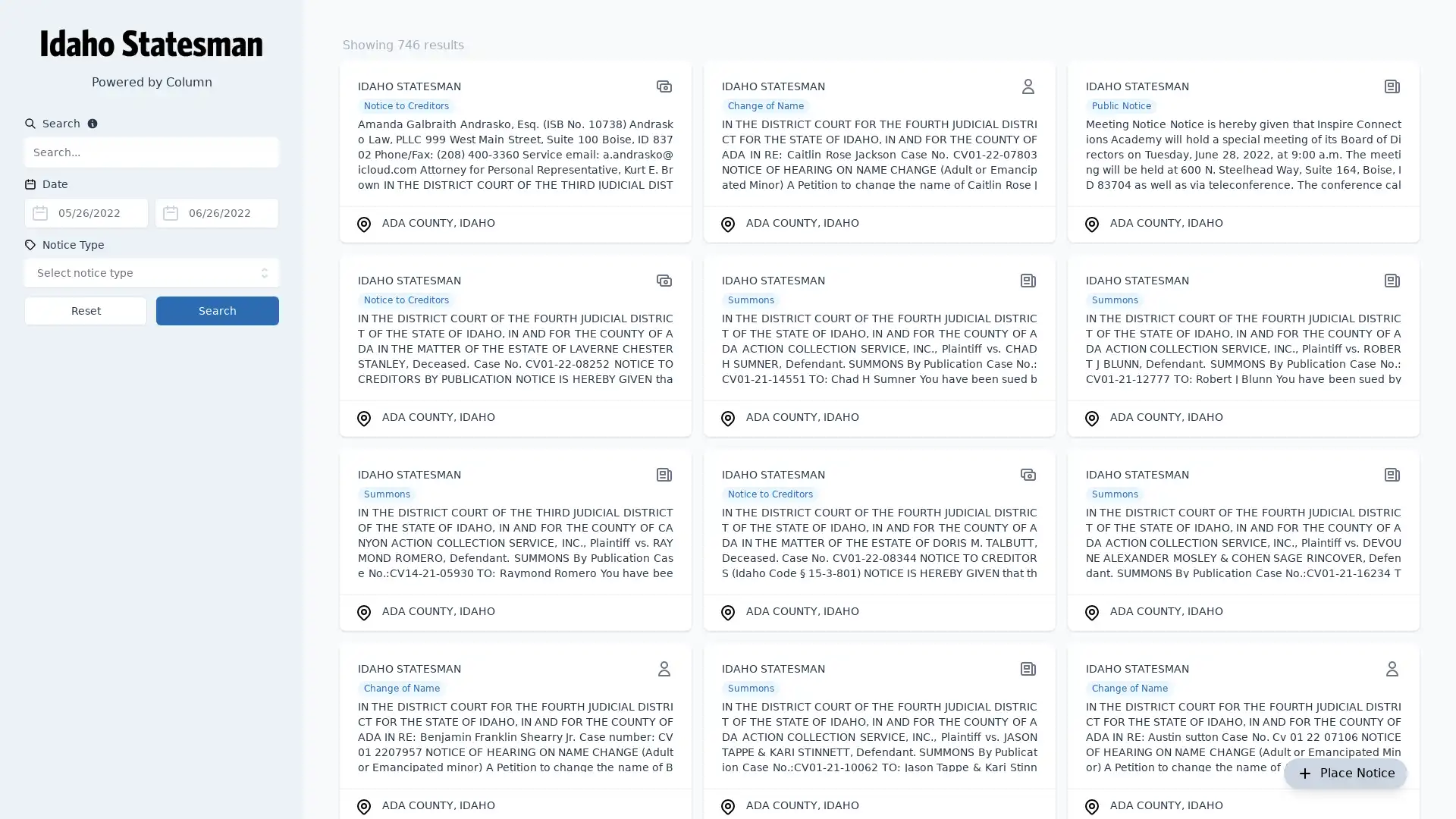 This screenshot has width=1456, height=819. I want to click on Reset search, so click(85, 309).